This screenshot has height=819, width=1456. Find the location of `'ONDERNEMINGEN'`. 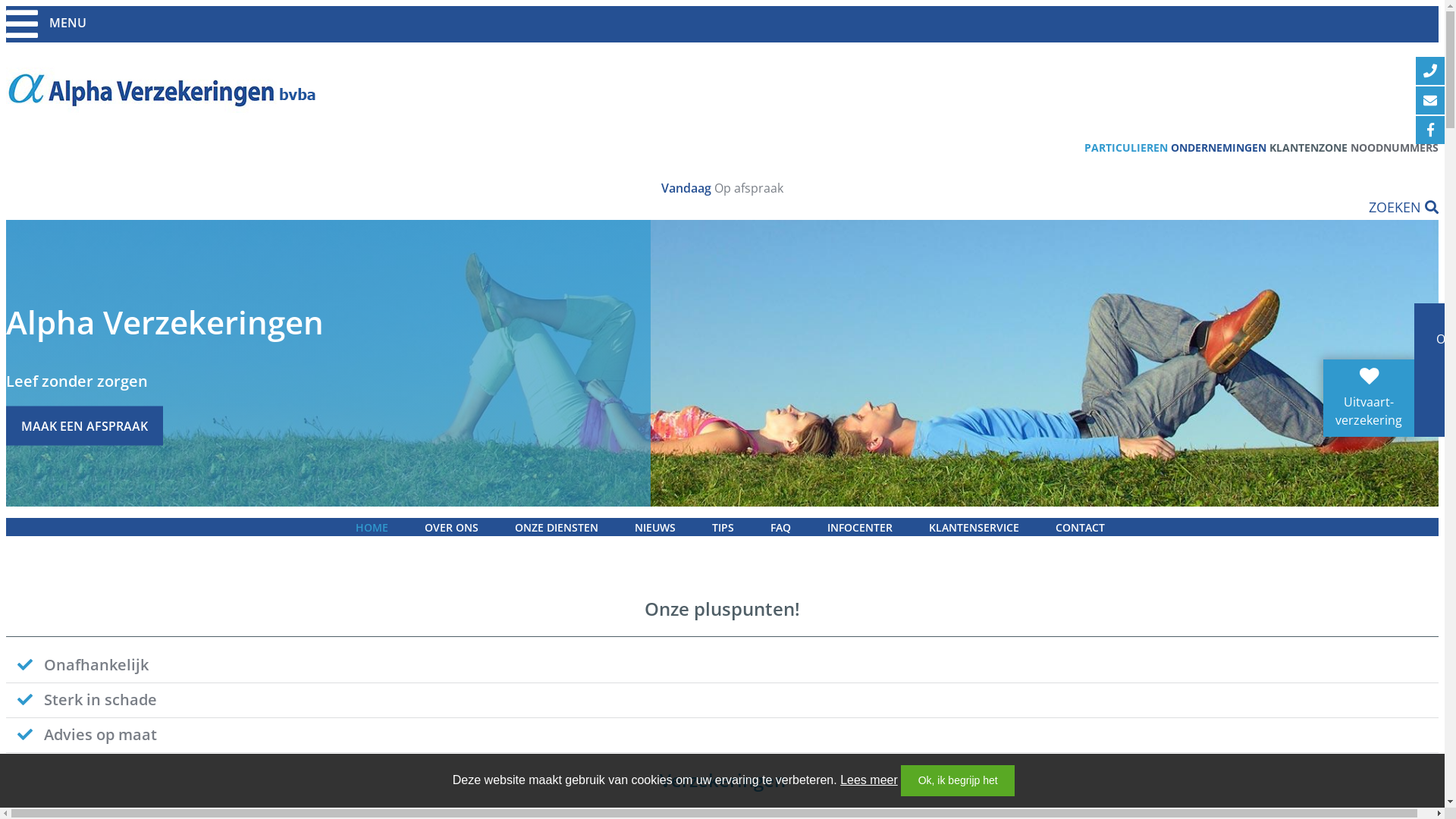

'ONDERNEMINGEN' is located at coordinates (1219, 147).